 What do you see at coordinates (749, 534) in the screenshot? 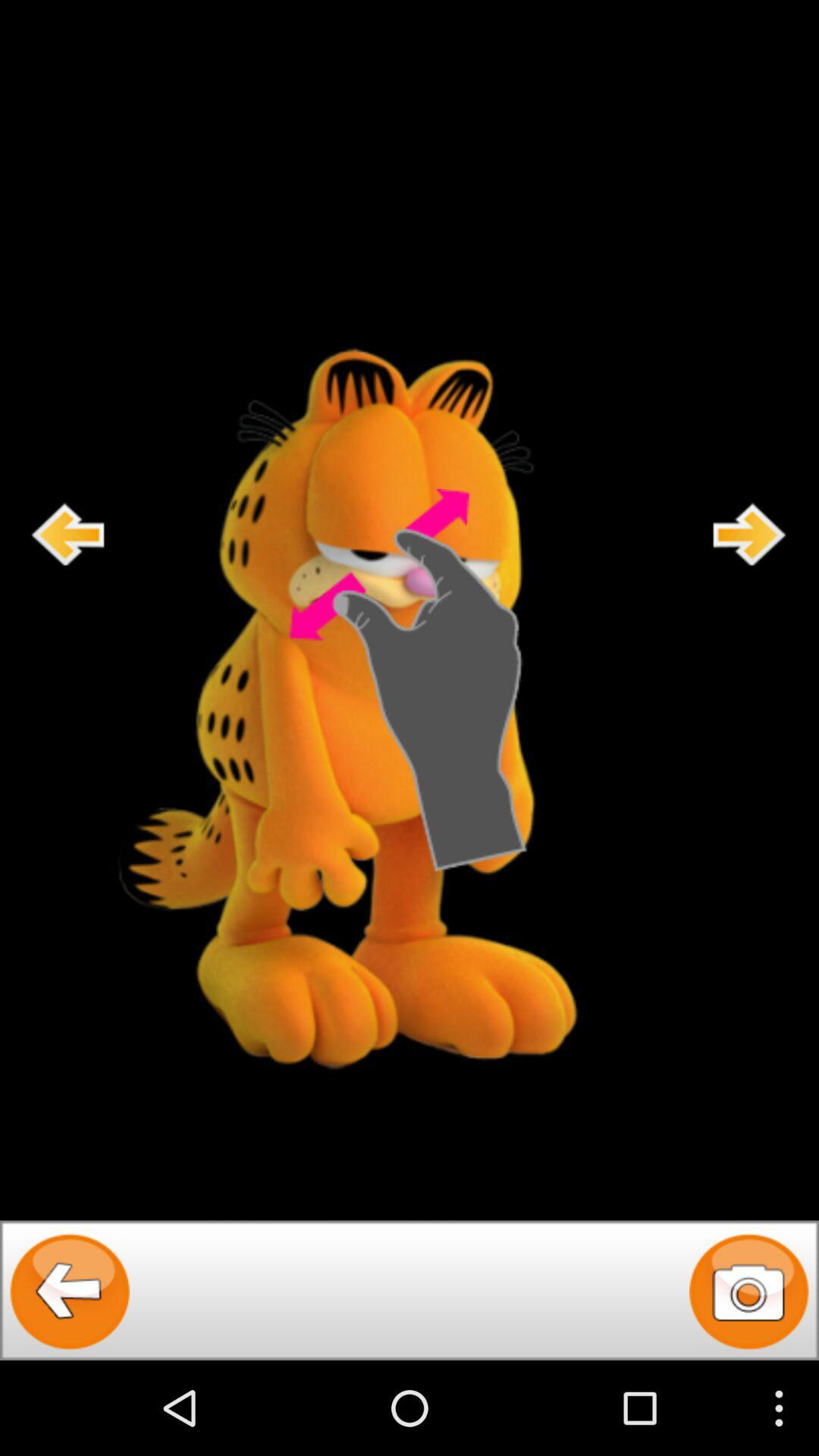
I see `next image` at bounding box center [749, 534].